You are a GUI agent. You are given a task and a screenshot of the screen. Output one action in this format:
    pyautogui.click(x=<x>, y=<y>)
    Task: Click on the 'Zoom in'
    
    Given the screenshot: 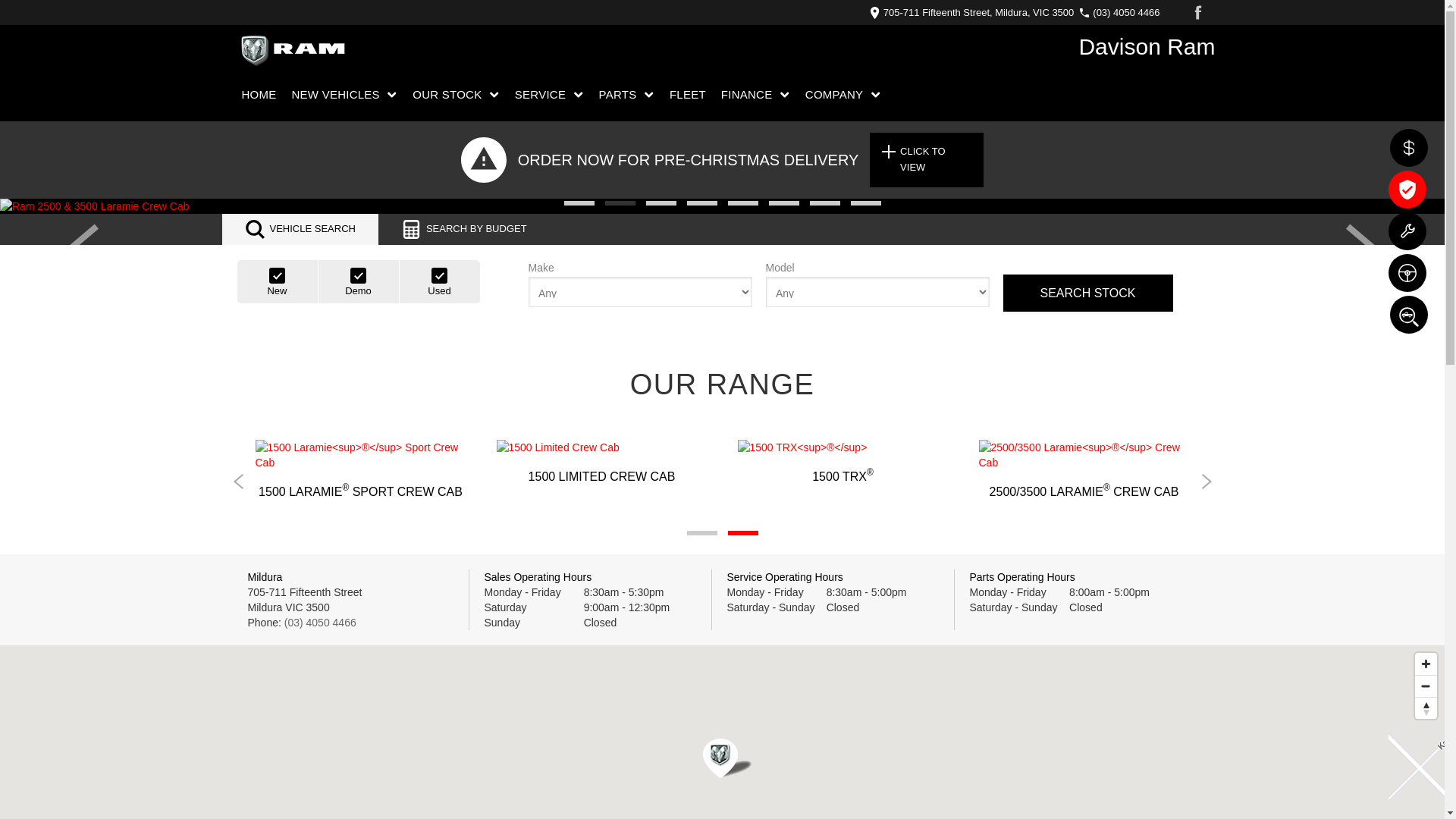 What is the action you would take?
    pyautogui.click(x=1425, y=663)
    